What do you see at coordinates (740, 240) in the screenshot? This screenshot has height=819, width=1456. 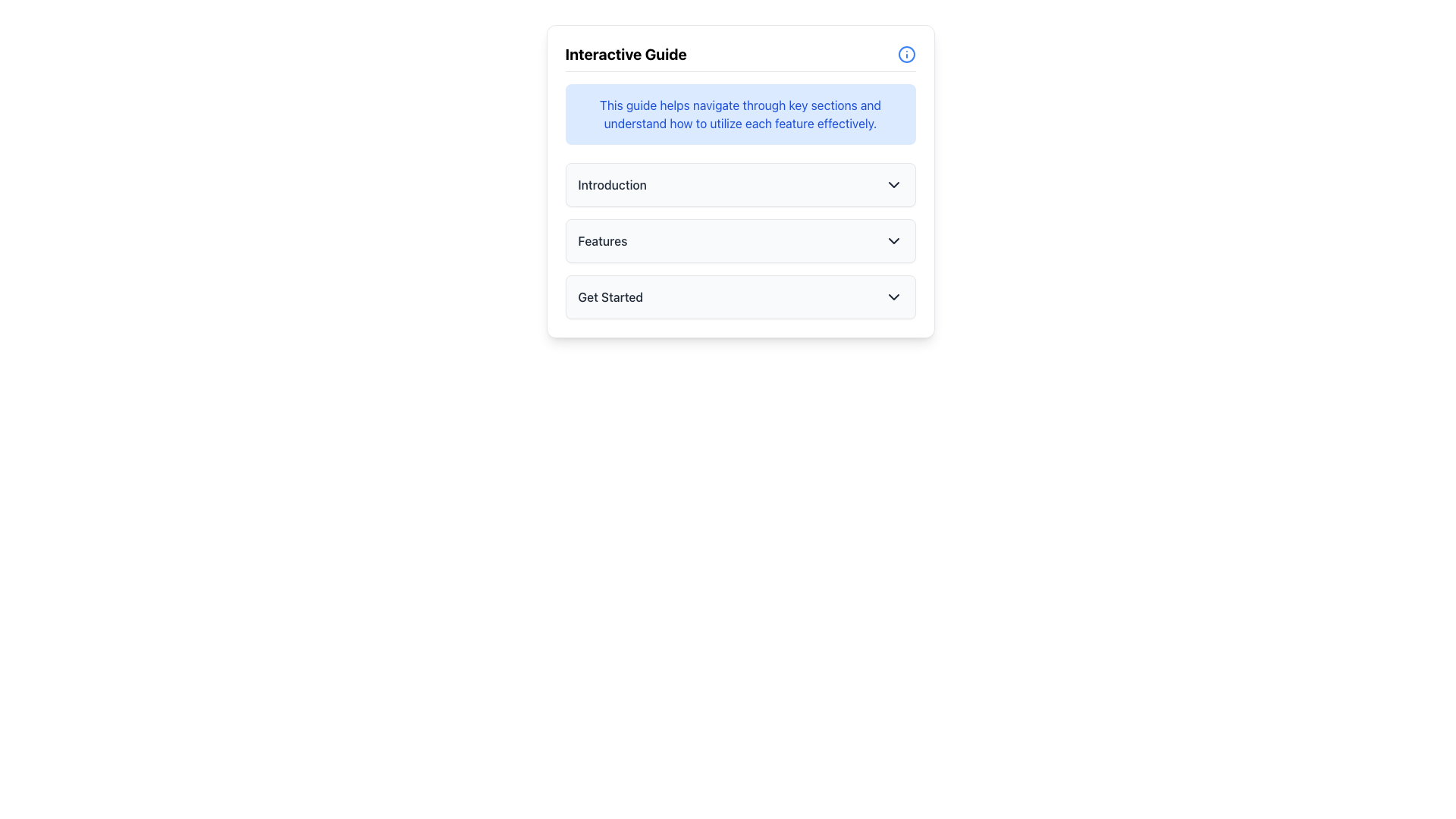 I see `the 'Features' button` at bounding box center [740, 240].